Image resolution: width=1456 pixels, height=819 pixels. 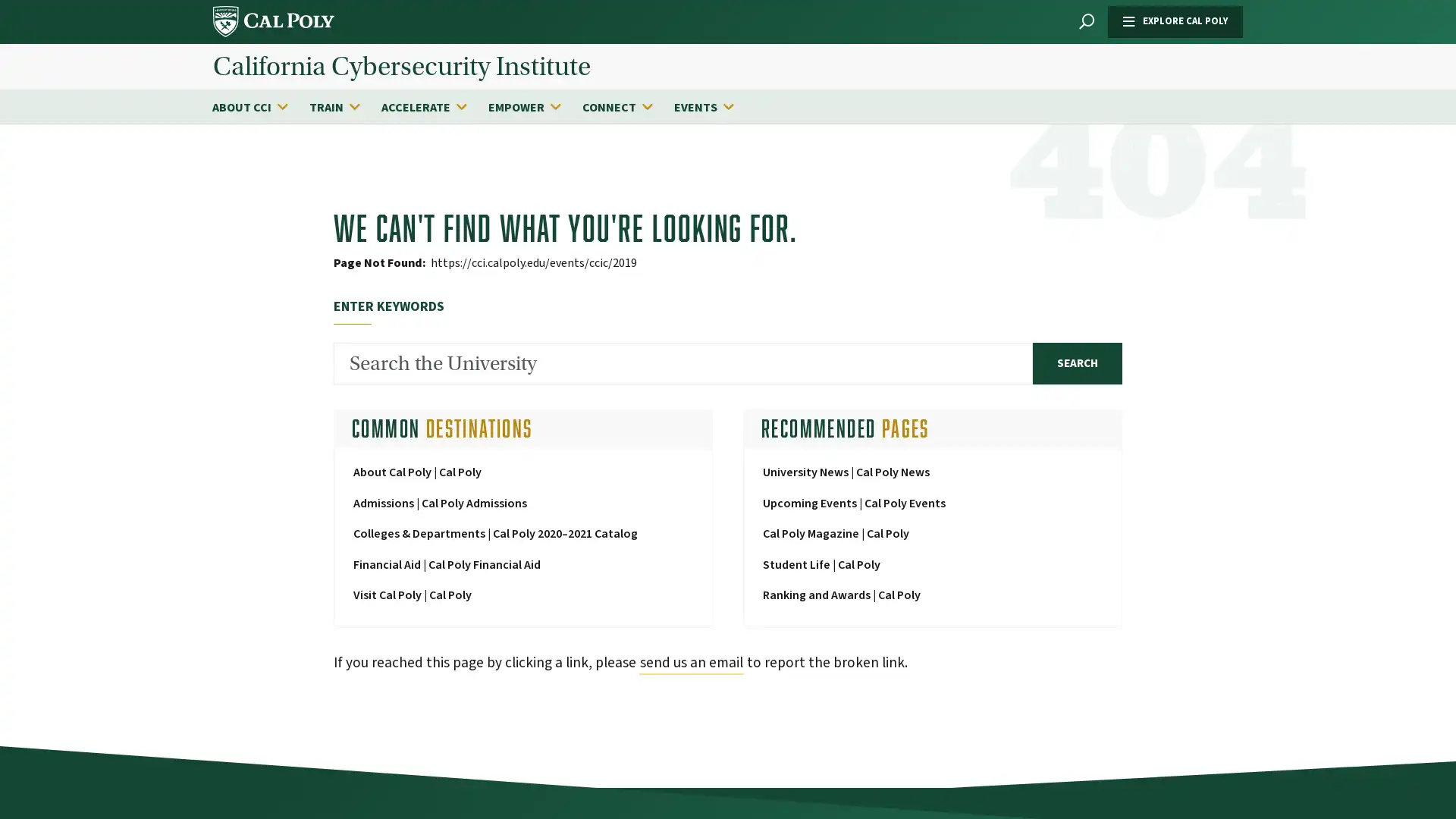 What do you see at coordinates (1086, 22) in the screenshot?
I see `Open Search Menu` at bounding box center [1086, 22].